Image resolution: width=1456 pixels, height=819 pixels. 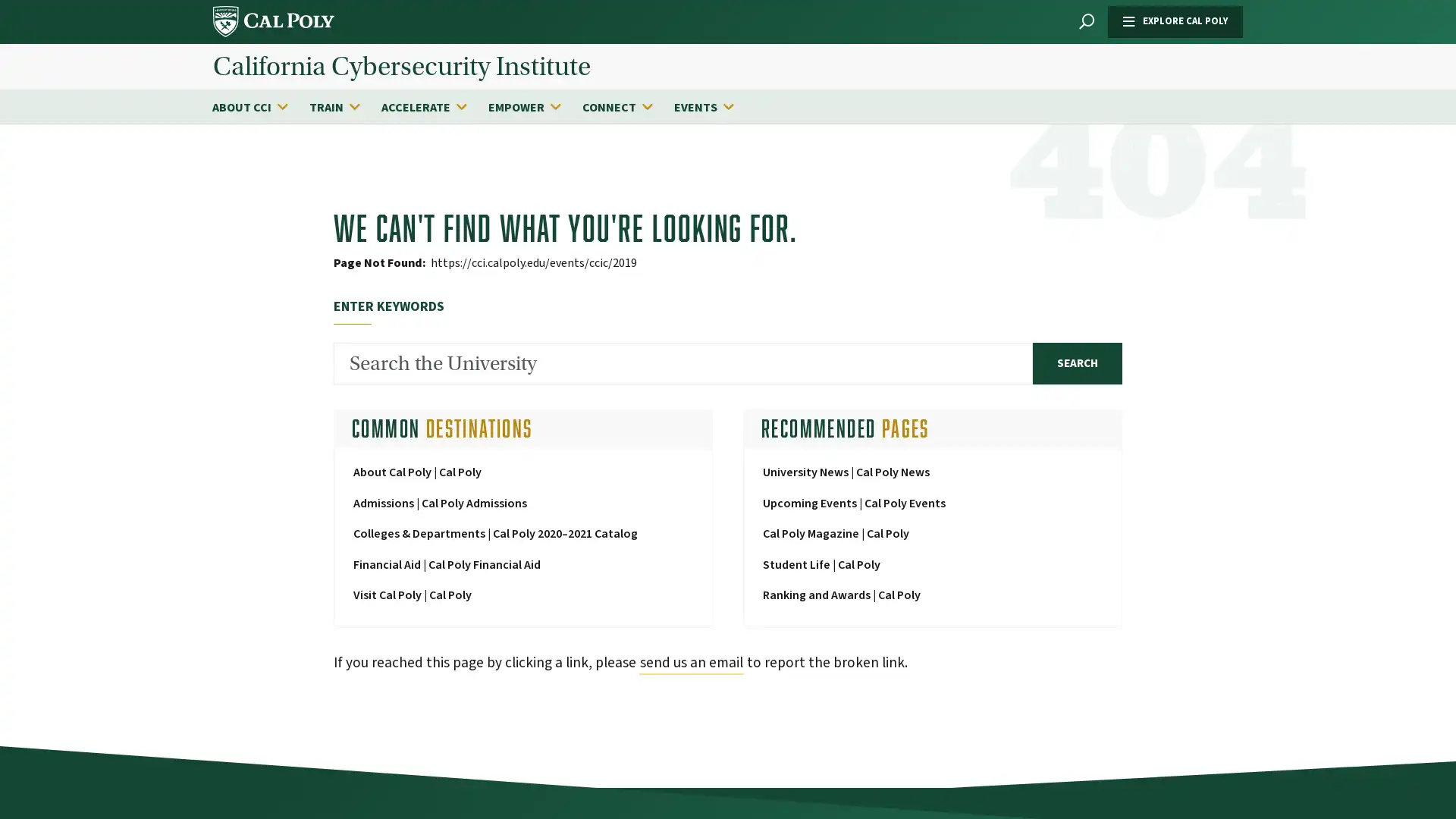 What do you see at coordinates (1086, 22) in the screenshot?
I see `Open Search Menu` at bounding box center [1086, 22].